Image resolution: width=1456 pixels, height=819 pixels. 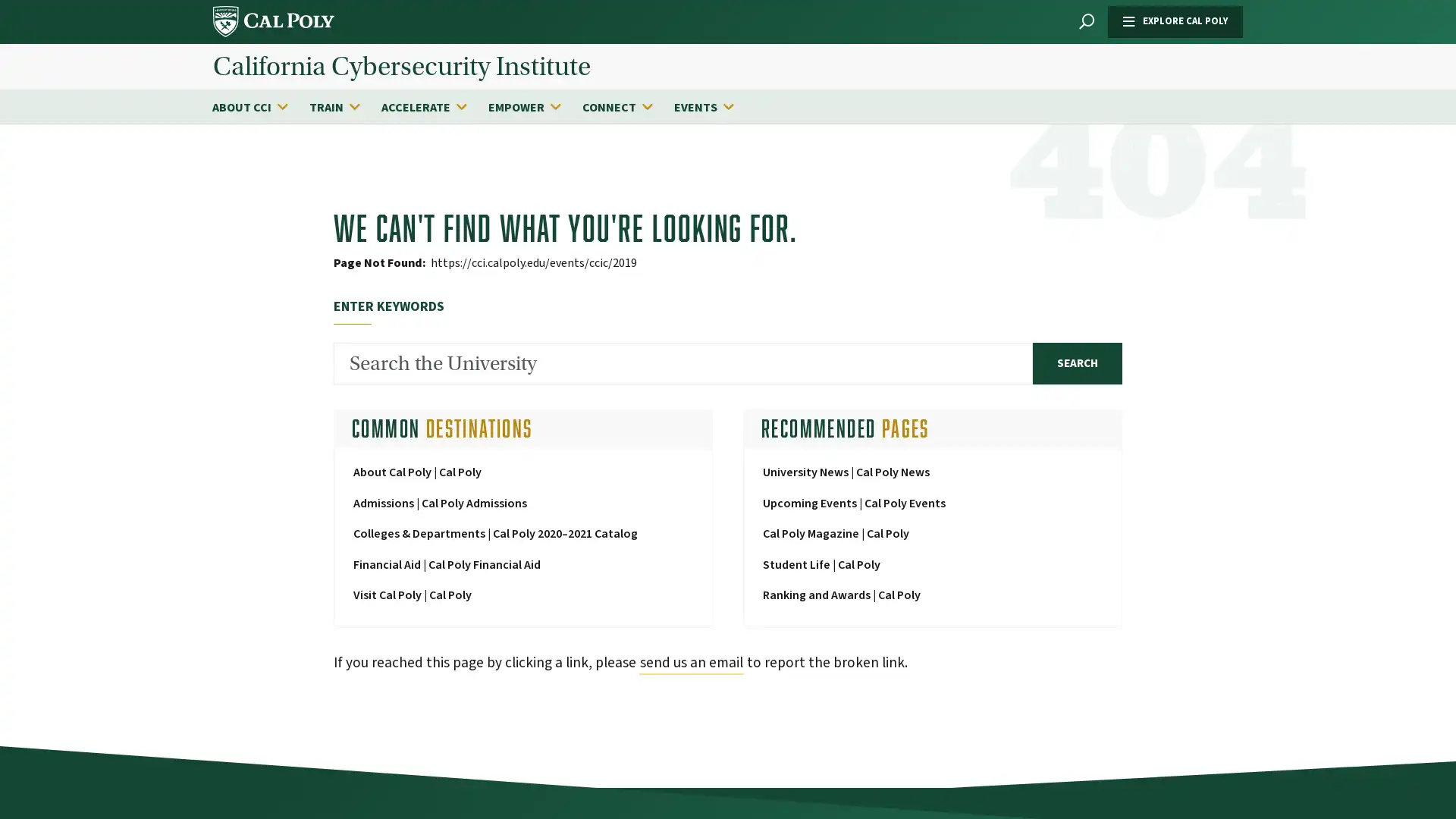 What do you see at coordinates (1086, 22) in the screenshot?
I see `Open Search Menu` at bounding box center [1086, 22].